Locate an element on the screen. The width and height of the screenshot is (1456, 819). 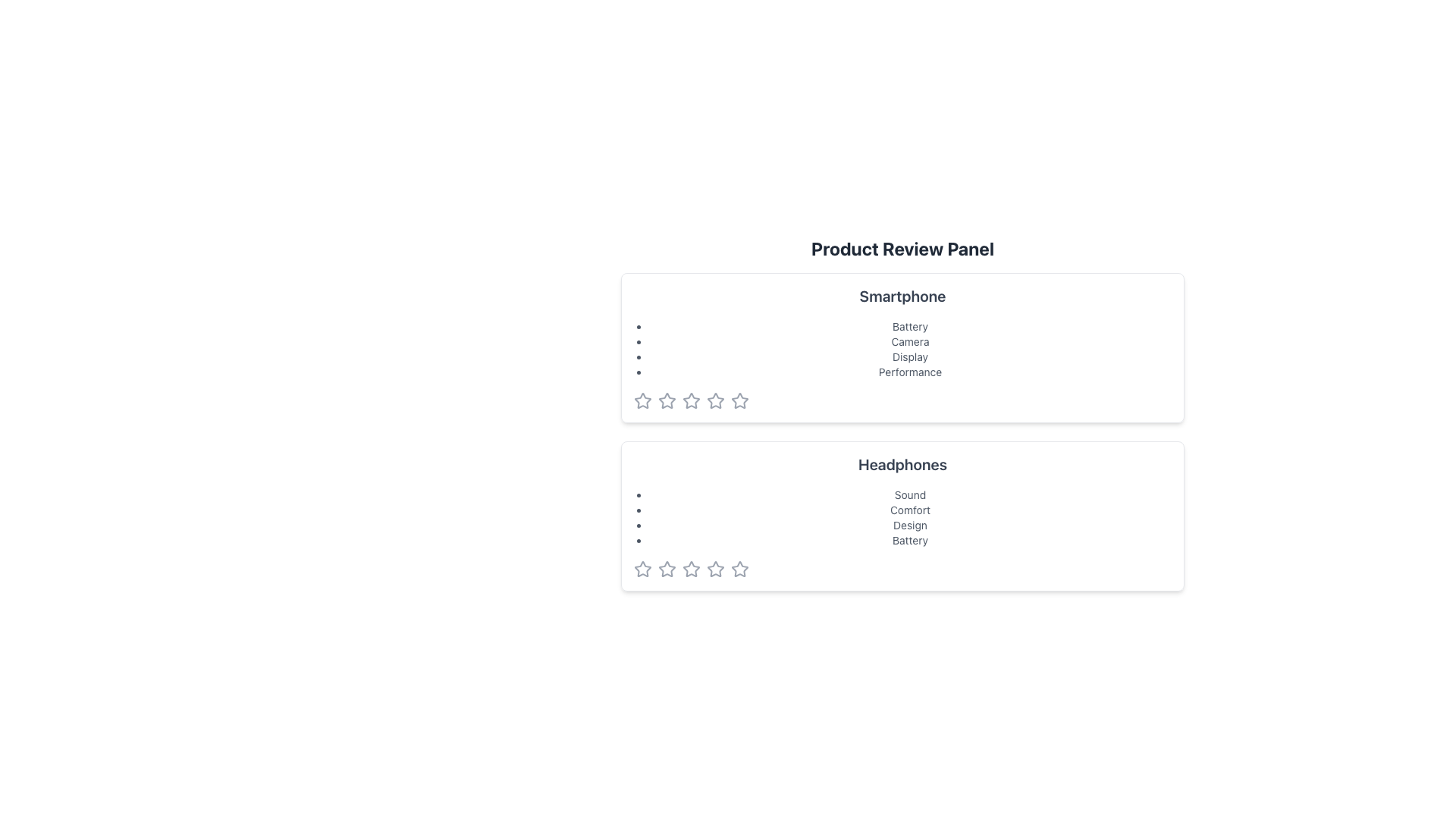
the 'Design' label in the bulleted list related to 'Headphones', which is the third item following 'Sound' and 'Comfort' is located at coordinates (910, 525).